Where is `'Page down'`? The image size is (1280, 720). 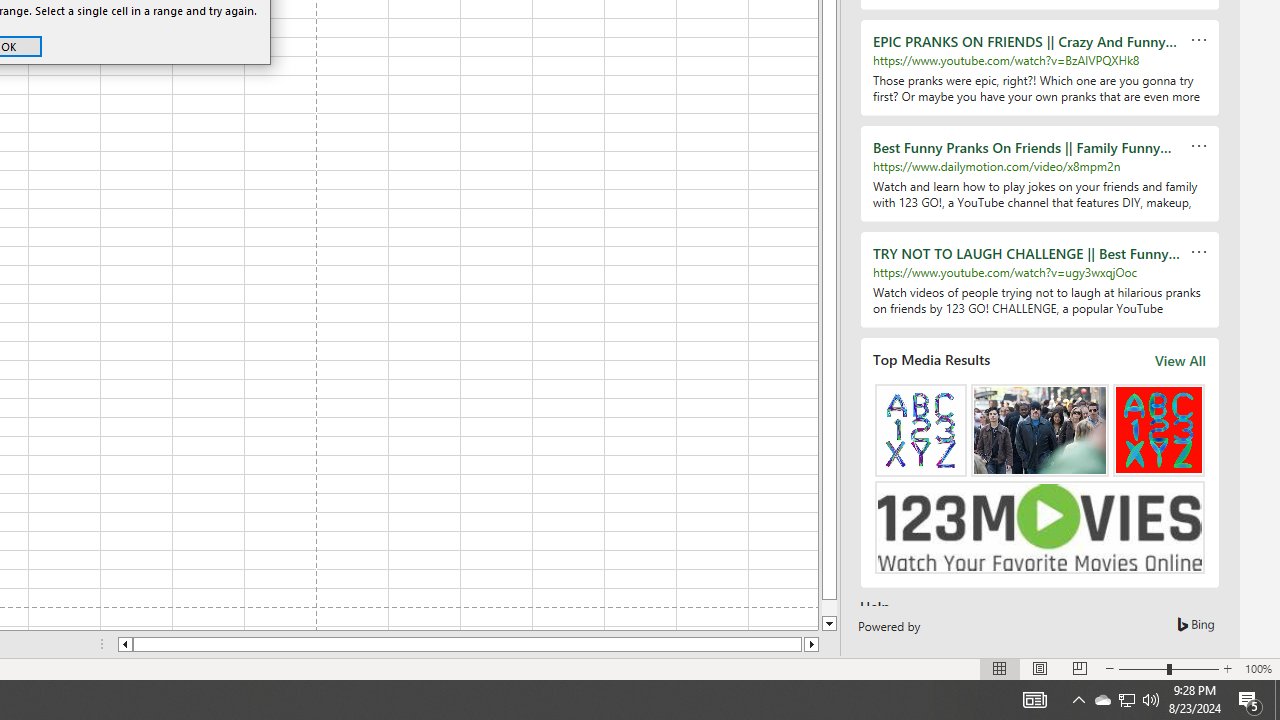
'Page down' is located at coordinates (829, 607).